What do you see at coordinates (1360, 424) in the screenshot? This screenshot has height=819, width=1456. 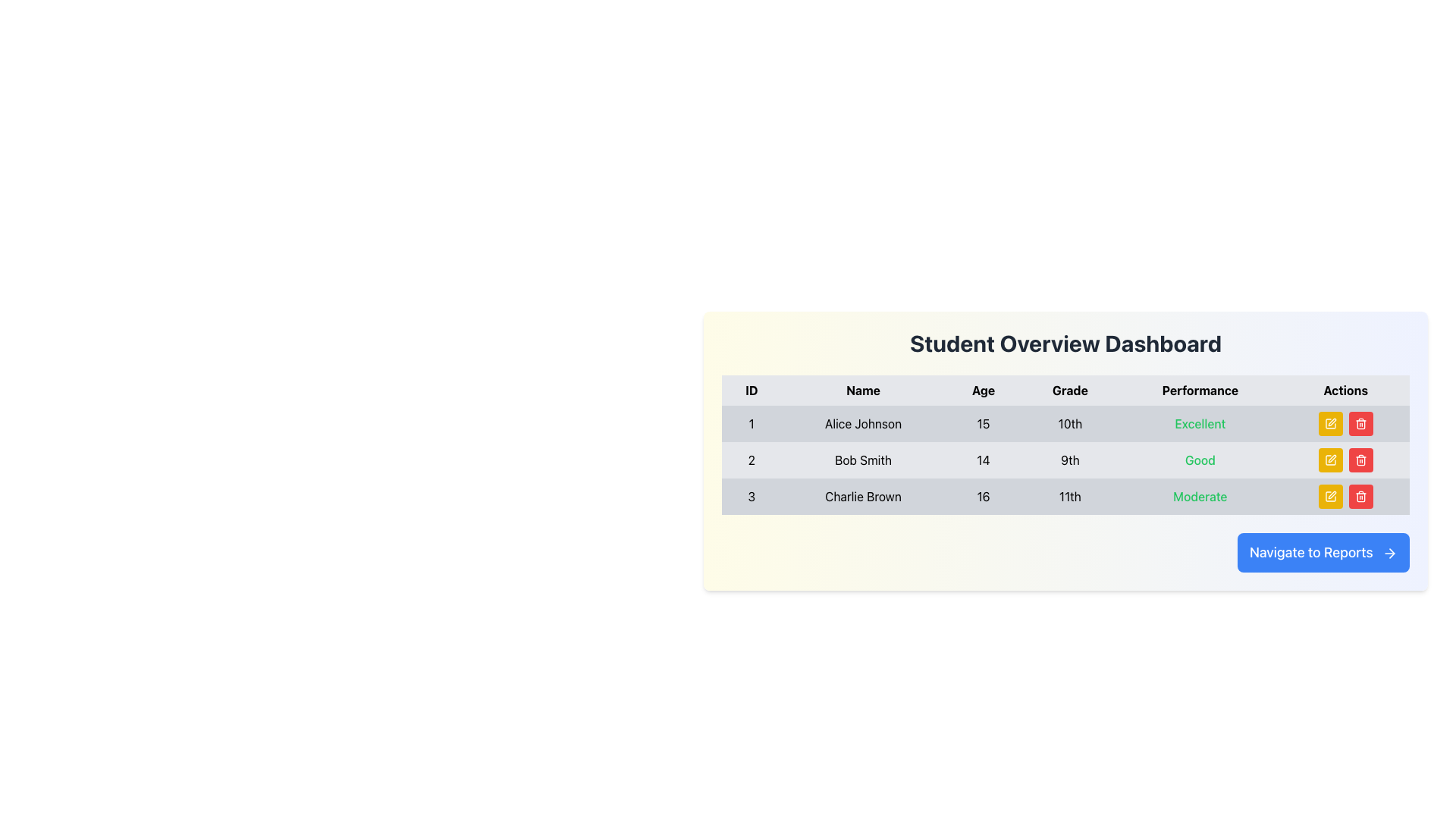 I see `the delete button located in the 'Actions' column of the second row of the table` at bounding box center [1360, 424].